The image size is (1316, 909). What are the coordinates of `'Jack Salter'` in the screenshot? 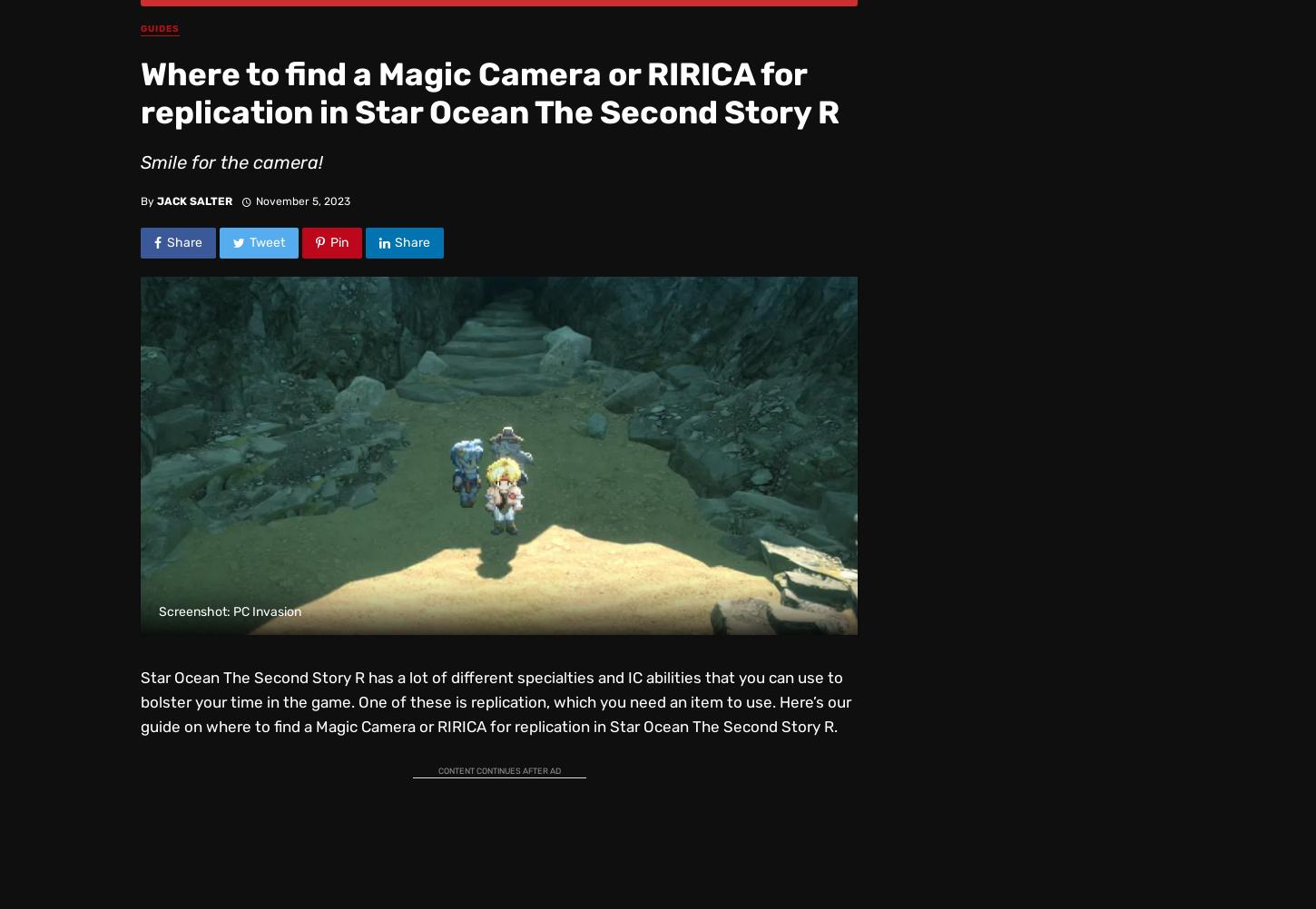 It's located at (193, 201).